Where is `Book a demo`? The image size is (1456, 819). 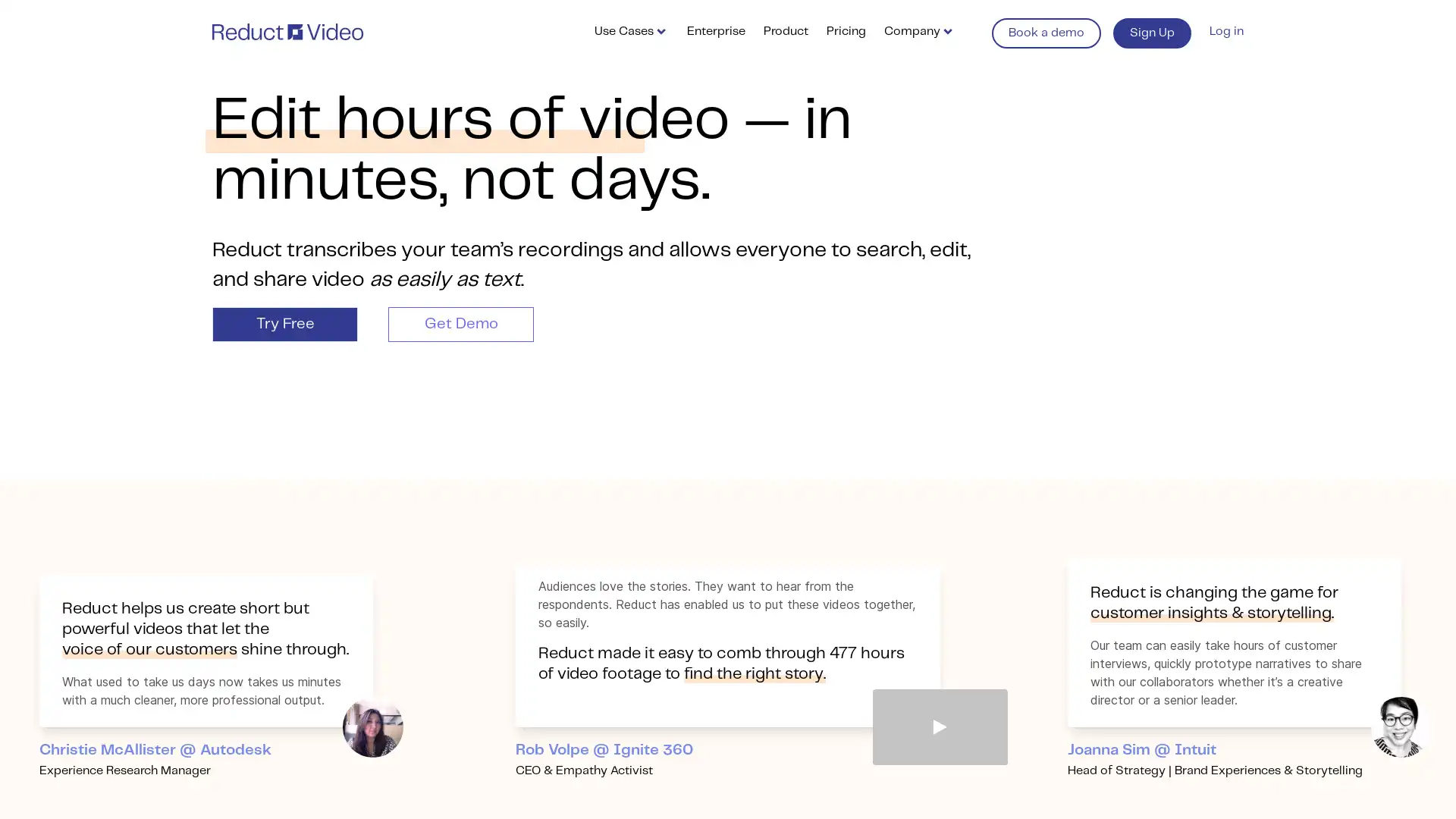 Book a demo is located at coordinates (1046, 33).